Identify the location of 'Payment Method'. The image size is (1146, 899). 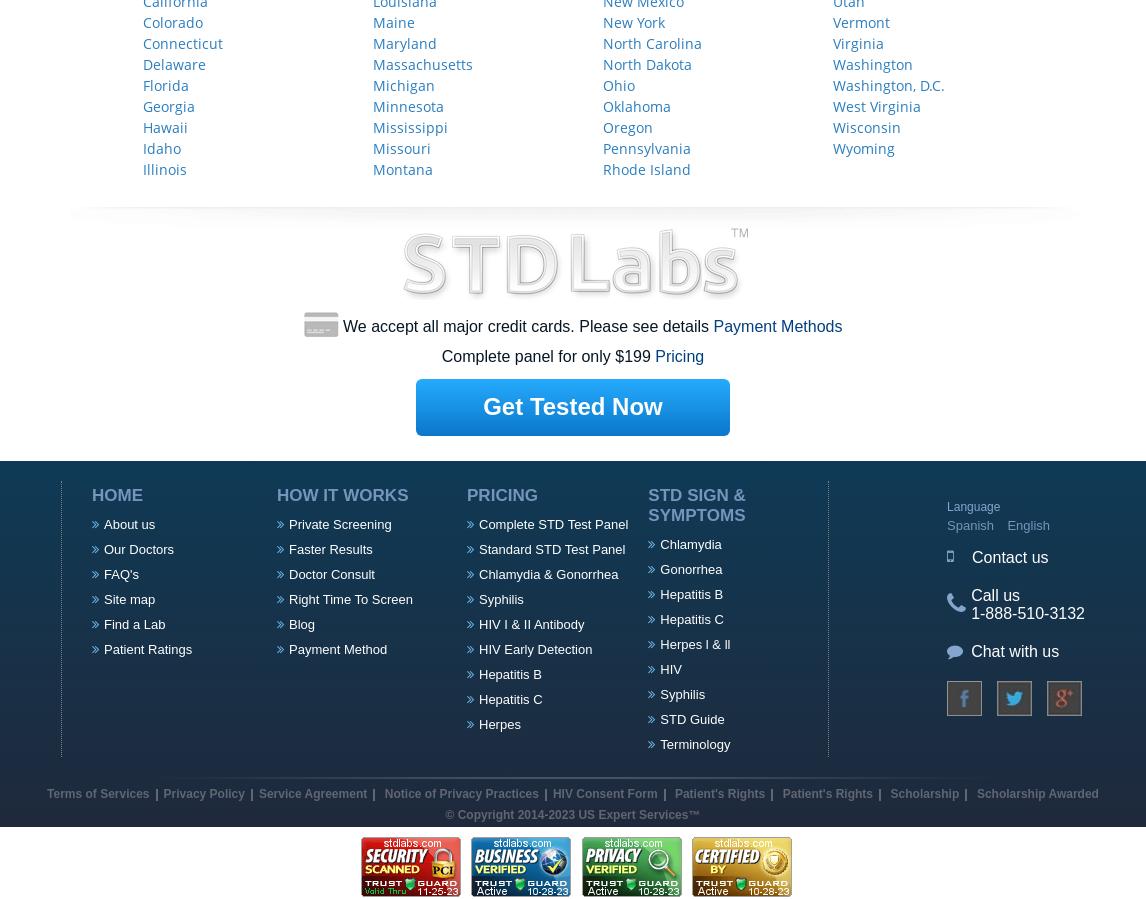
(336, 647).